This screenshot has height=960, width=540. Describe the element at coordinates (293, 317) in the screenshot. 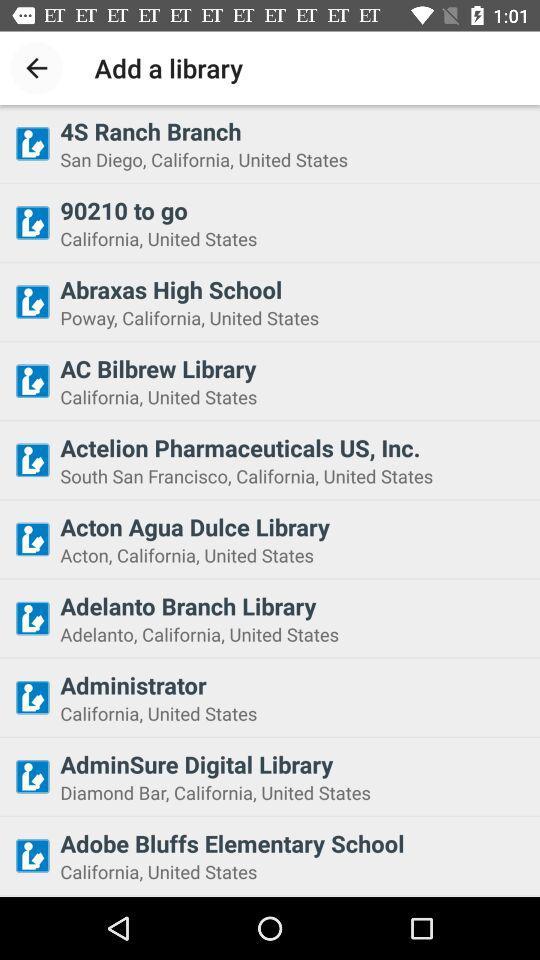

I see `the poway california united` at that location.